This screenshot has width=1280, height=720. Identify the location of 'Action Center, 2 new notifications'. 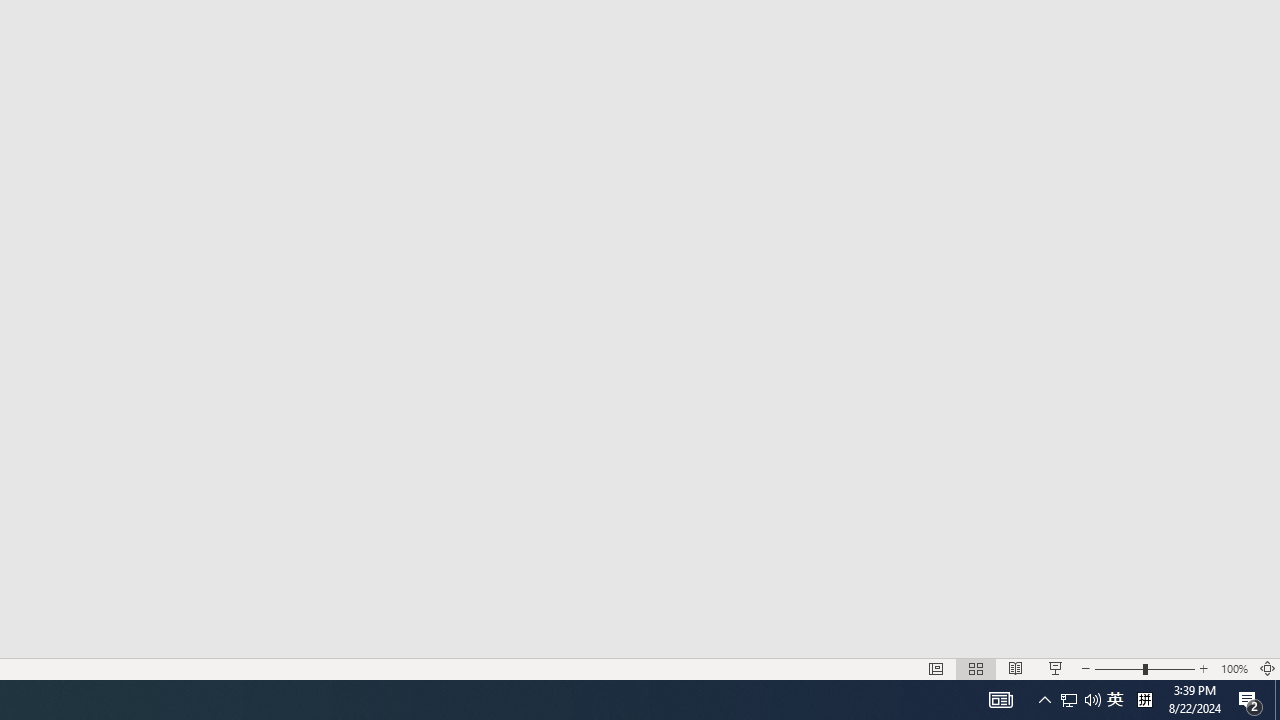
(1250, 698).